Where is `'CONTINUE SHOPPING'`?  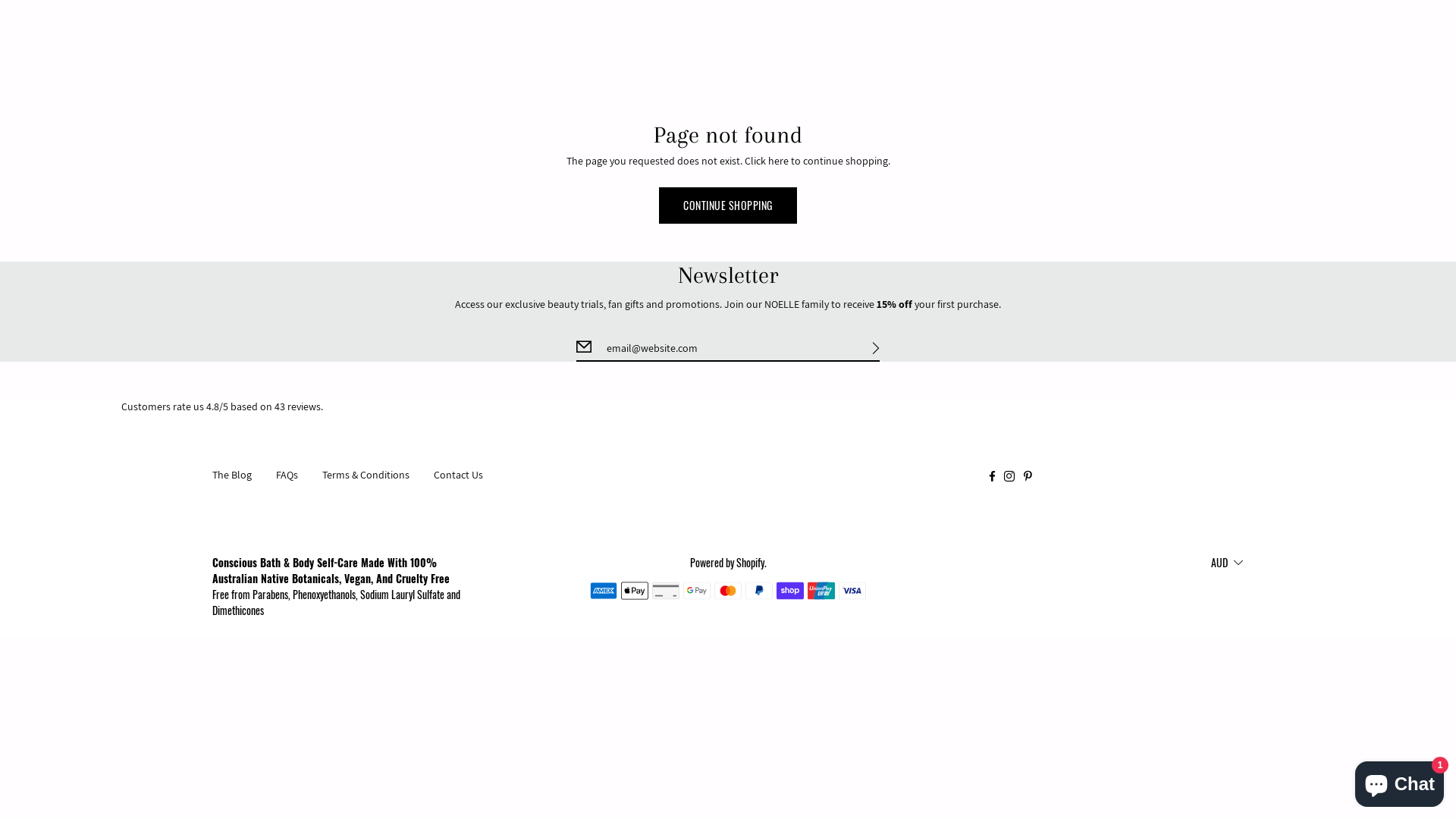
'CONTINUE SHOPPING' is located at coordinates (728, 205).